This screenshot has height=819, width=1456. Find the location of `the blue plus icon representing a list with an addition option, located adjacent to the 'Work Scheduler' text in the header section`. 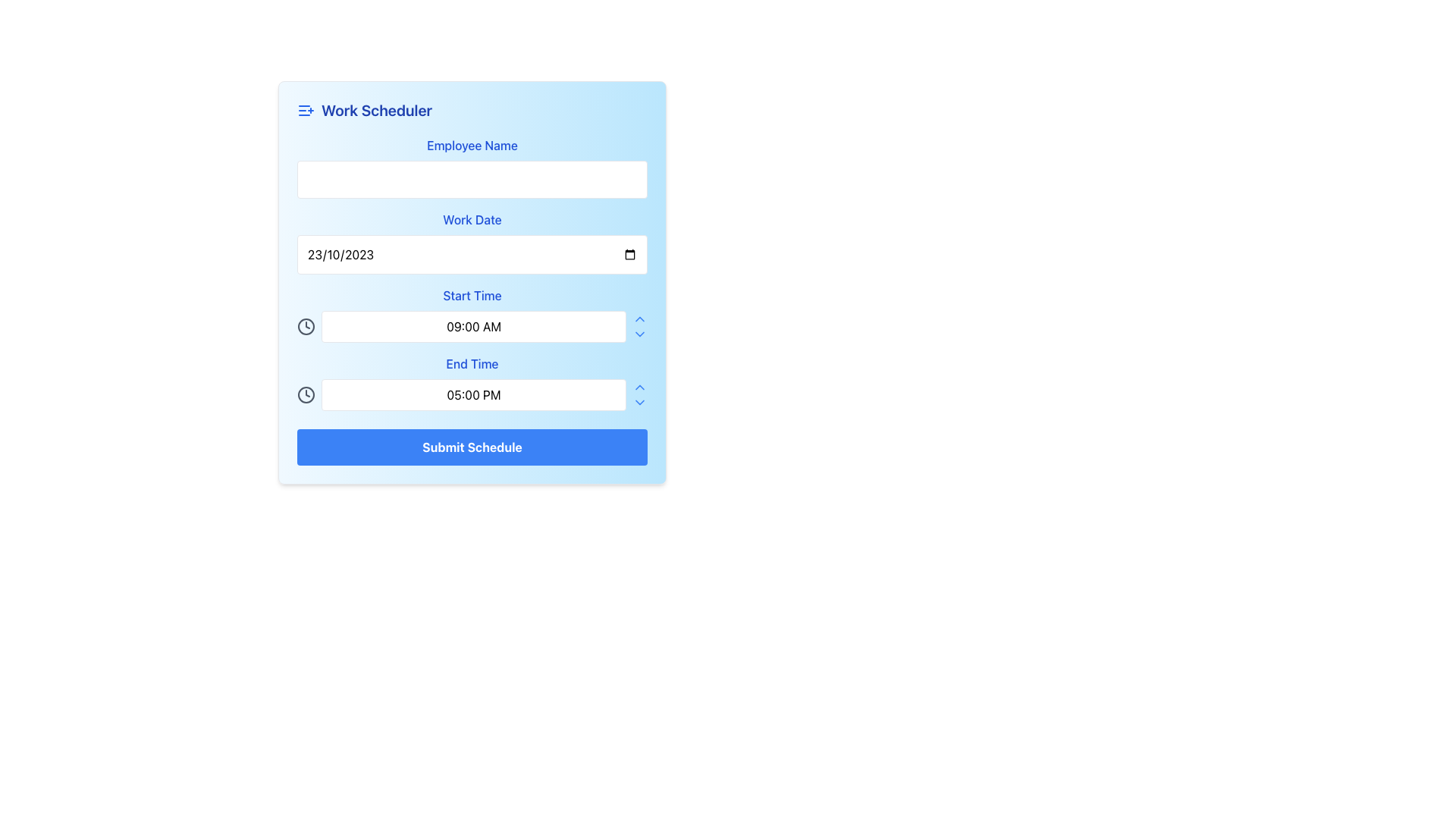

the blue plus icon representing a list with an addition option, located adjacent to the 'Work Scheduler' text in the header section is located at coordinates (305, 110).